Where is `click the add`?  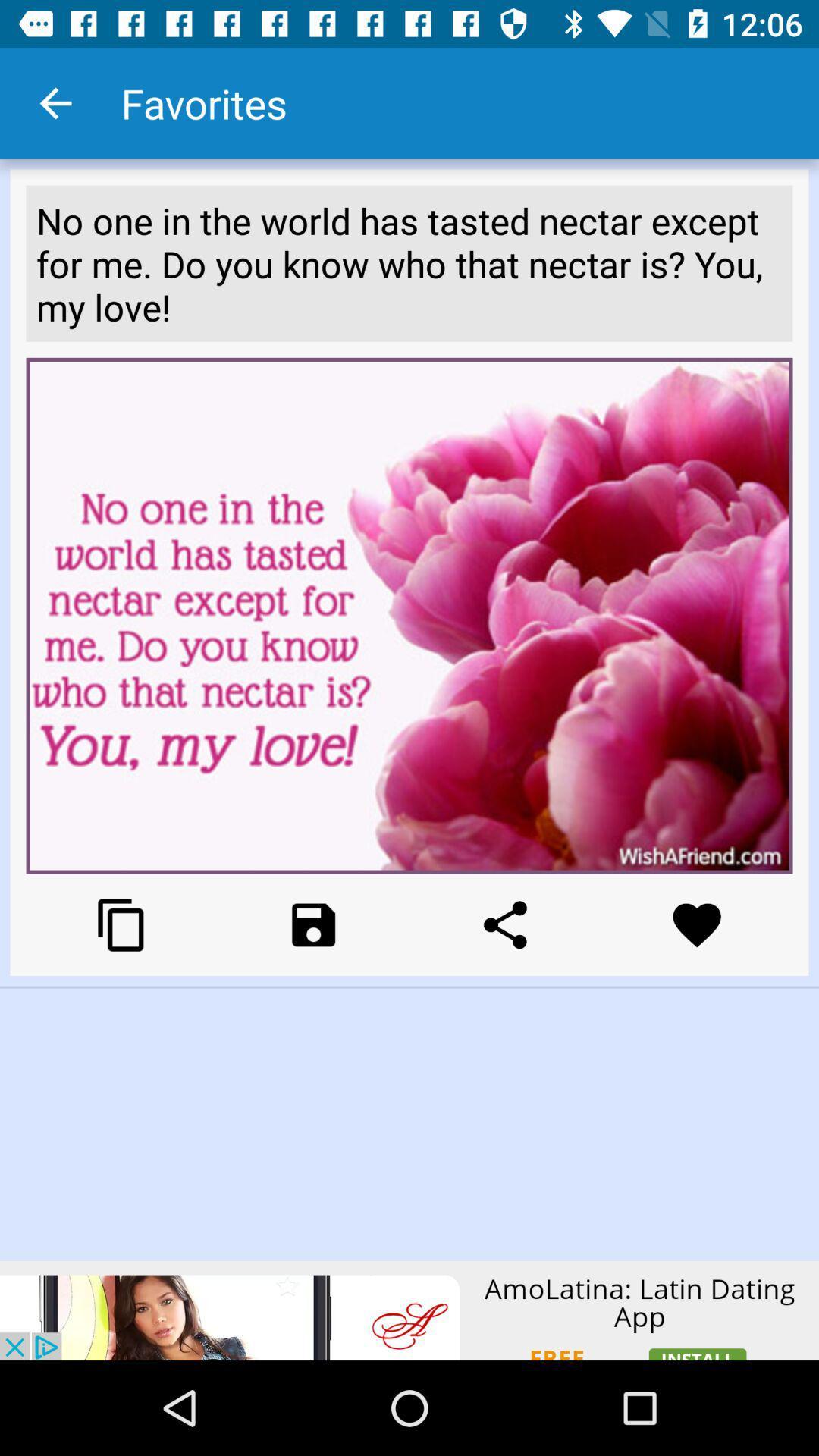
click the add is located at coordinates (409, 1310).